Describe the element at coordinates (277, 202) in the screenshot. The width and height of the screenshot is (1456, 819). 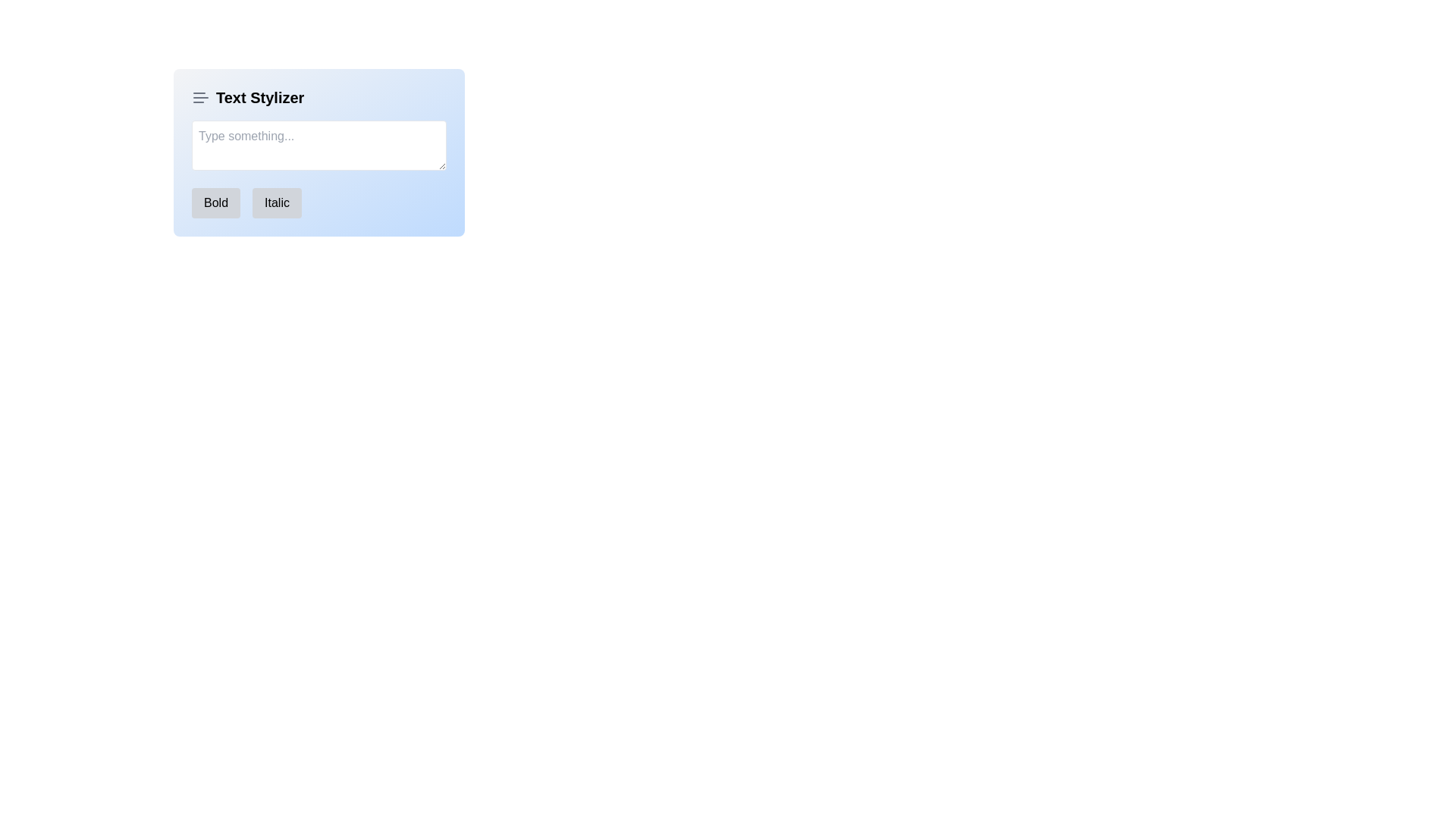
I see `the rounded button labeled 'Italic' with a gray background to apply an italic style` at that location.